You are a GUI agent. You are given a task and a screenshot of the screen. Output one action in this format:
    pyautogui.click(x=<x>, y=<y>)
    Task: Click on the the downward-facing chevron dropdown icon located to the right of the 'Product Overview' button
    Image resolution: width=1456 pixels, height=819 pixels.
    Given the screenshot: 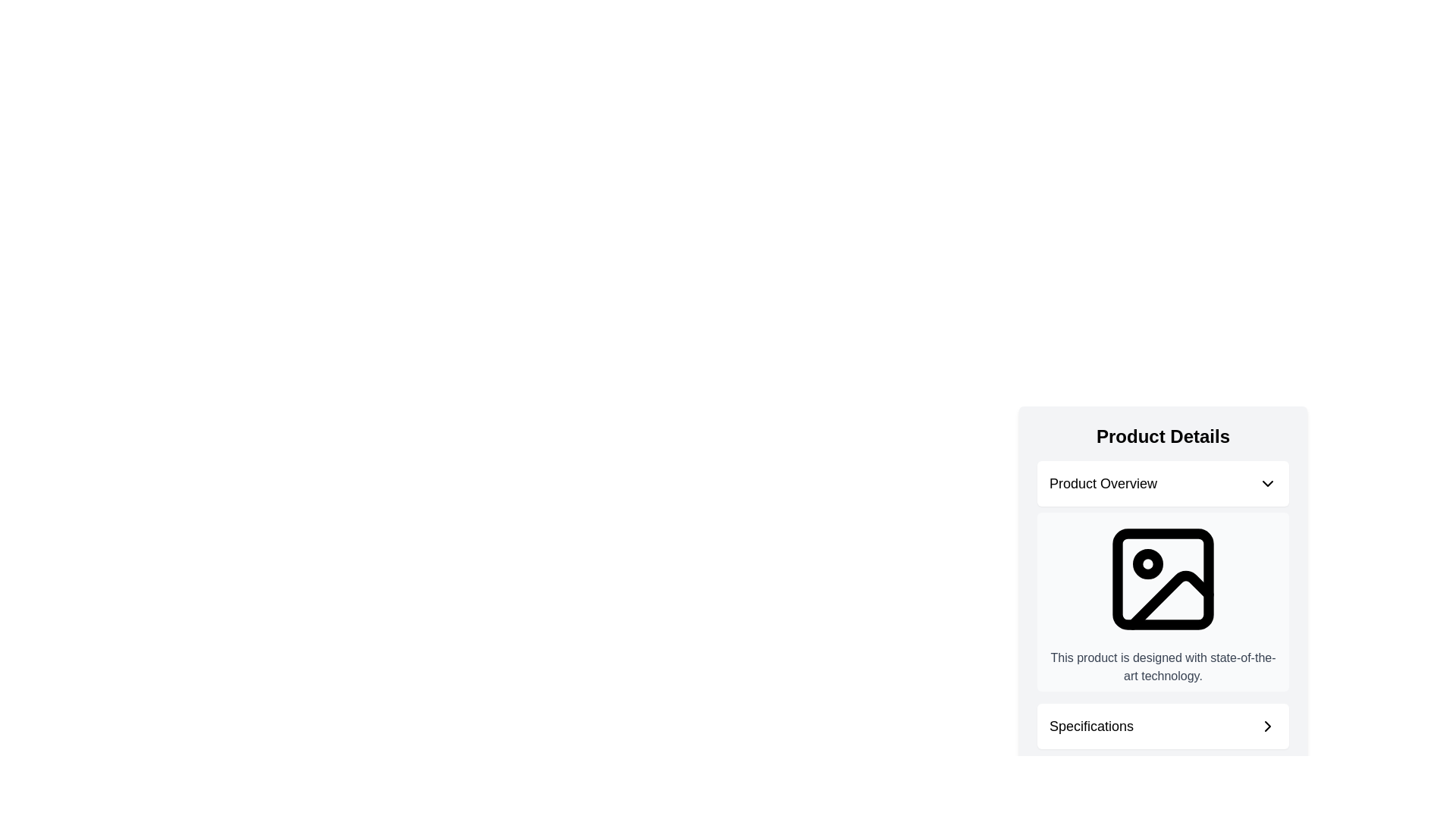 What is the action you would take?
    pyautogui.click(x=1267, y=483)
    